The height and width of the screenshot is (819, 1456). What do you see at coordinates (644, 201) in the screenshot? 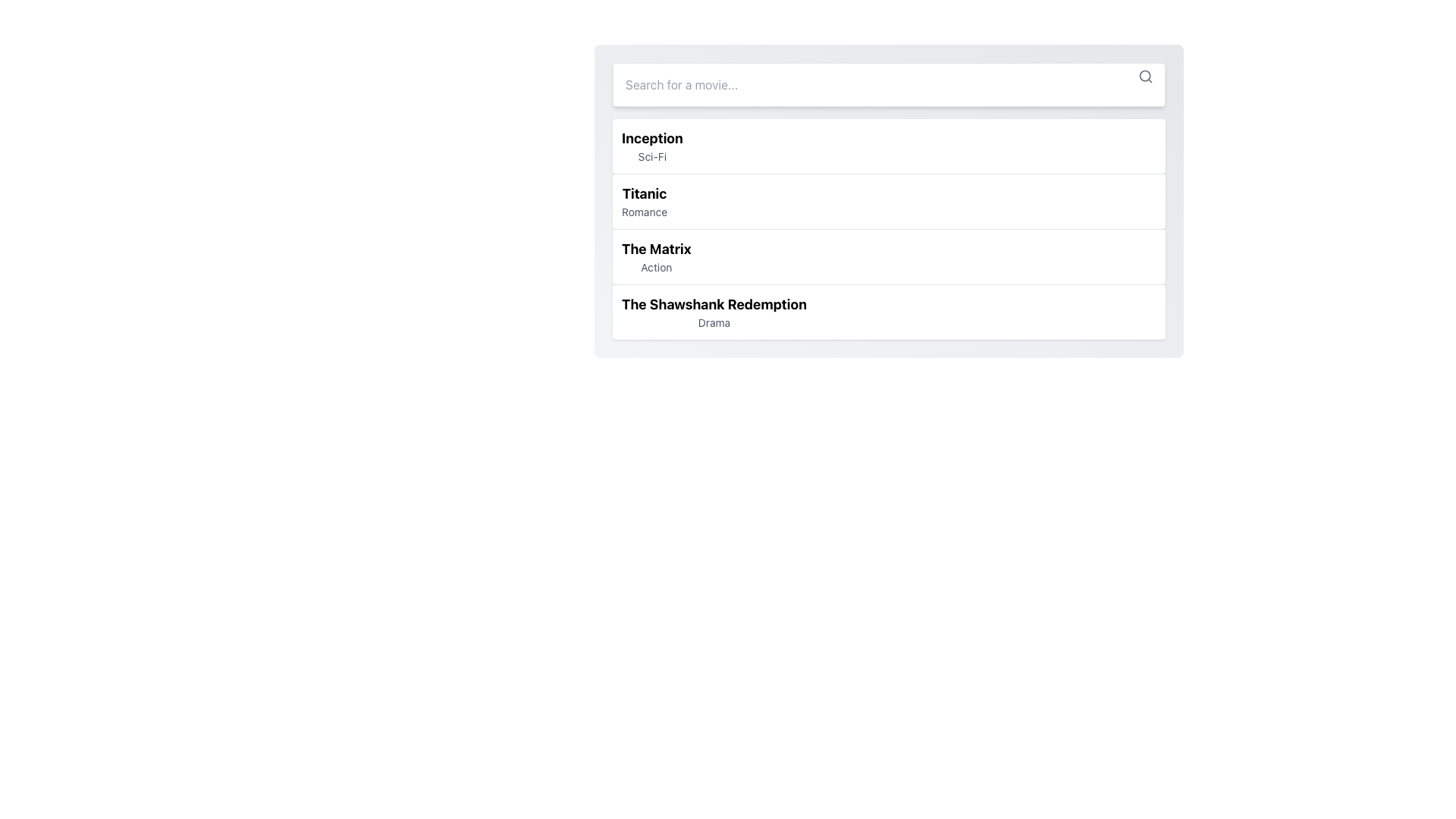
I see `the text display element that shows 'Titanic' in a bold font and 'Romance' in a smaller gray font, which is the second entry in the vertical list of movies` at bounding box center [644, 201].